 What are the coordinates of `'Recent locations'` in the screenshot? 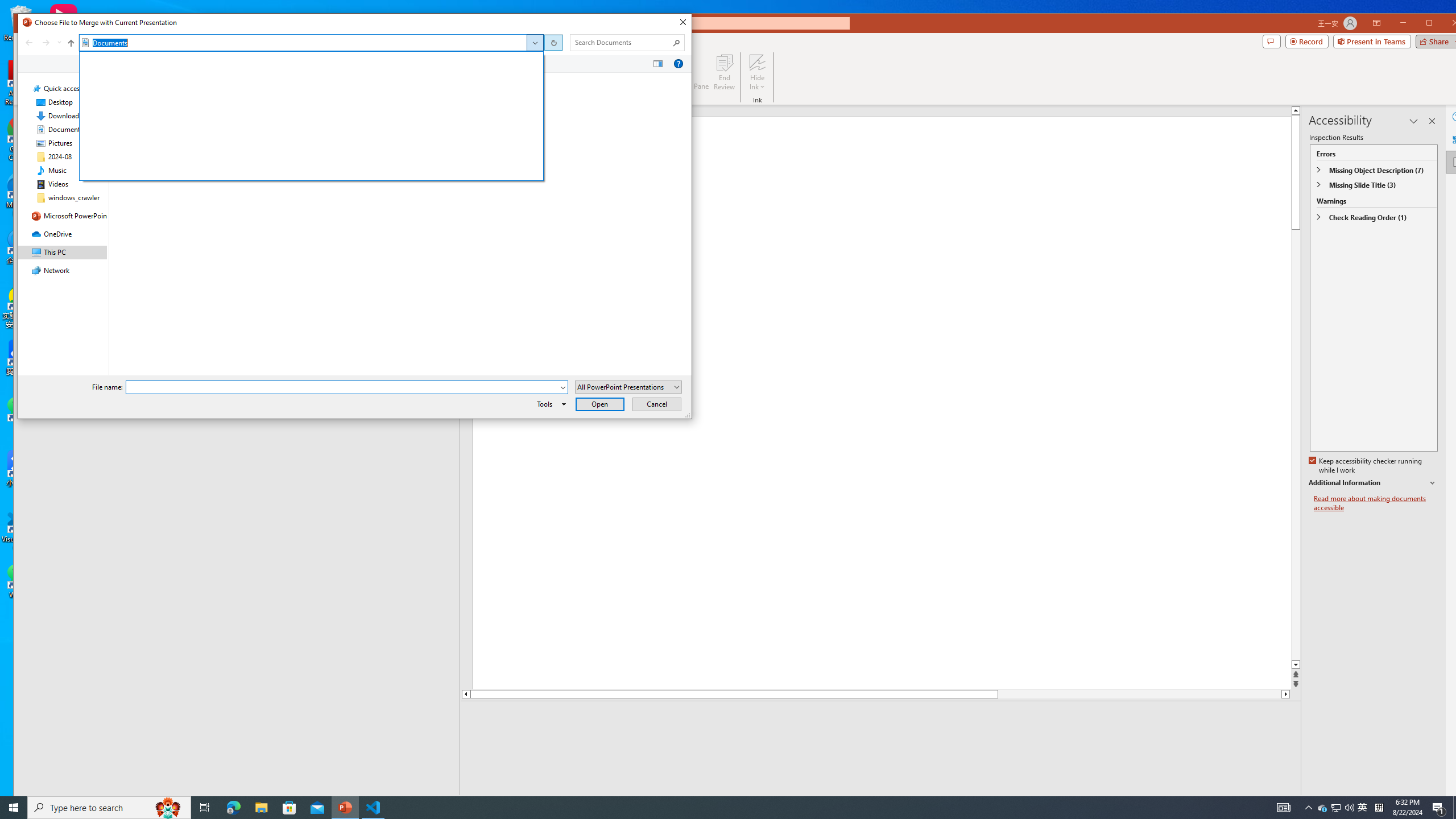 It's located at (58, 42).